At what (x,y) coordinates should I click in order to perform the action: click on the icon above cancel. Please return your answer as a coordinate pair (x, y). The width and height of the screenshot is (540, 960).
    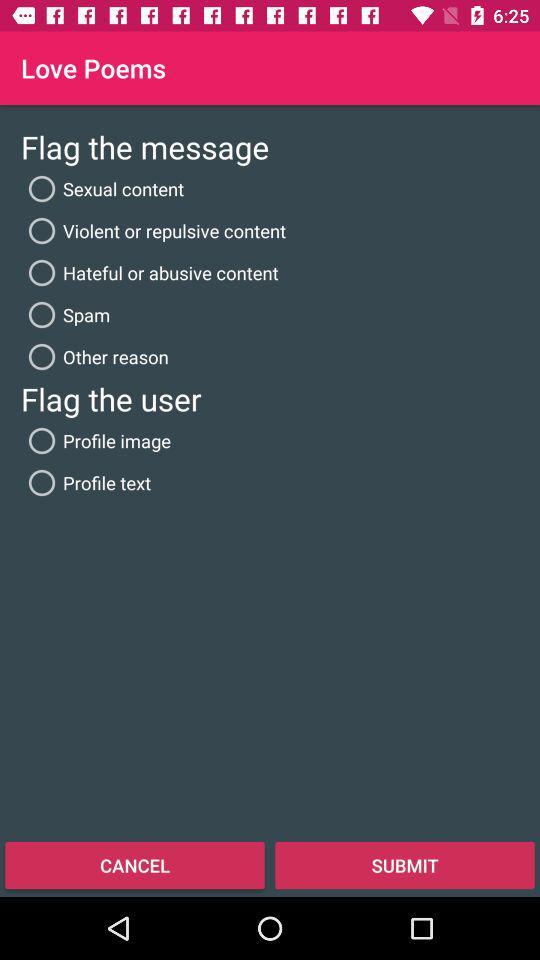
    Looking at the image, I should click on (85, 481).